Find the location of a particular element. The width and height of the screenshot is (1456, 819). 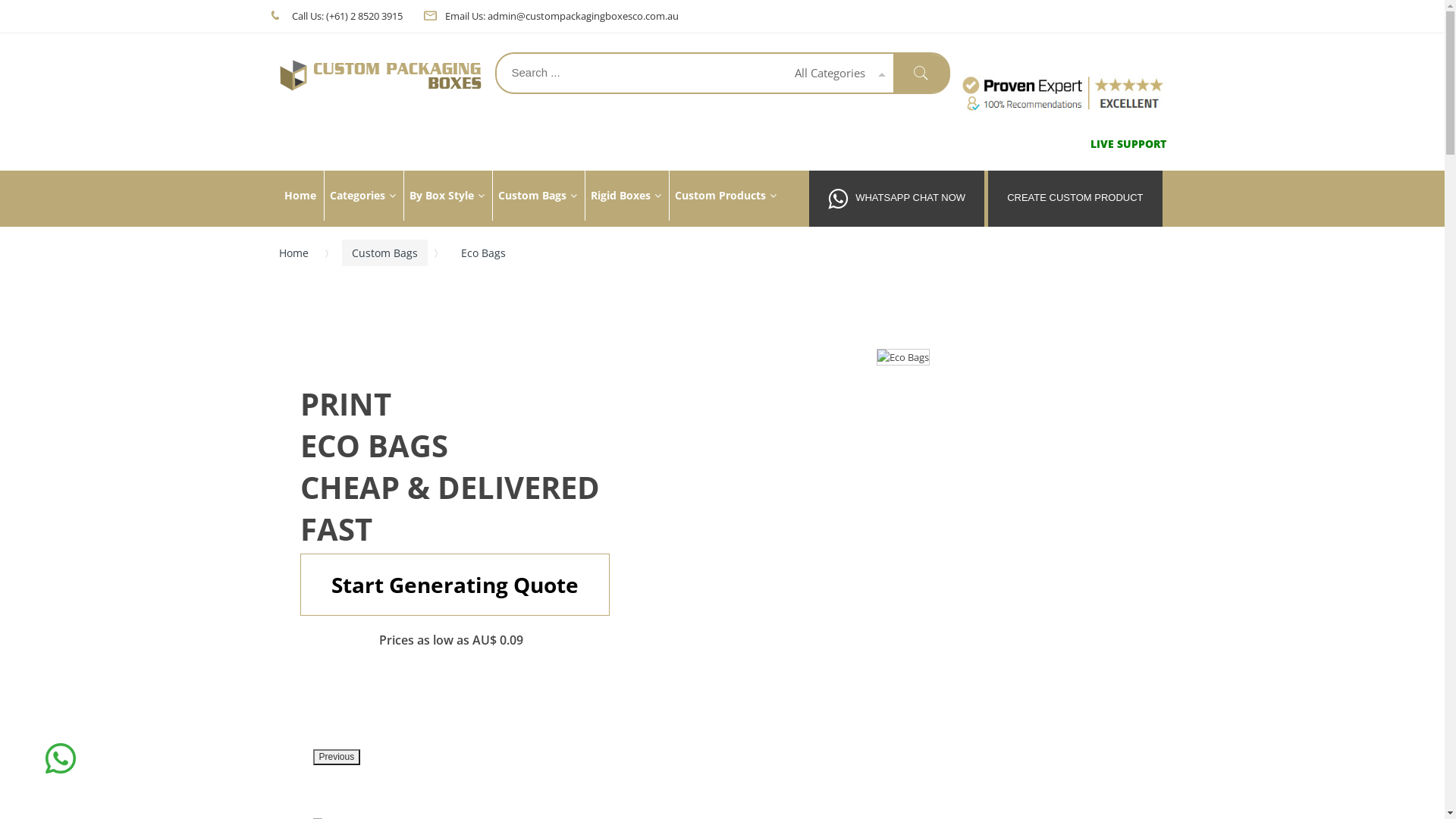

'All Categories' is located at coordinates (783, 73).